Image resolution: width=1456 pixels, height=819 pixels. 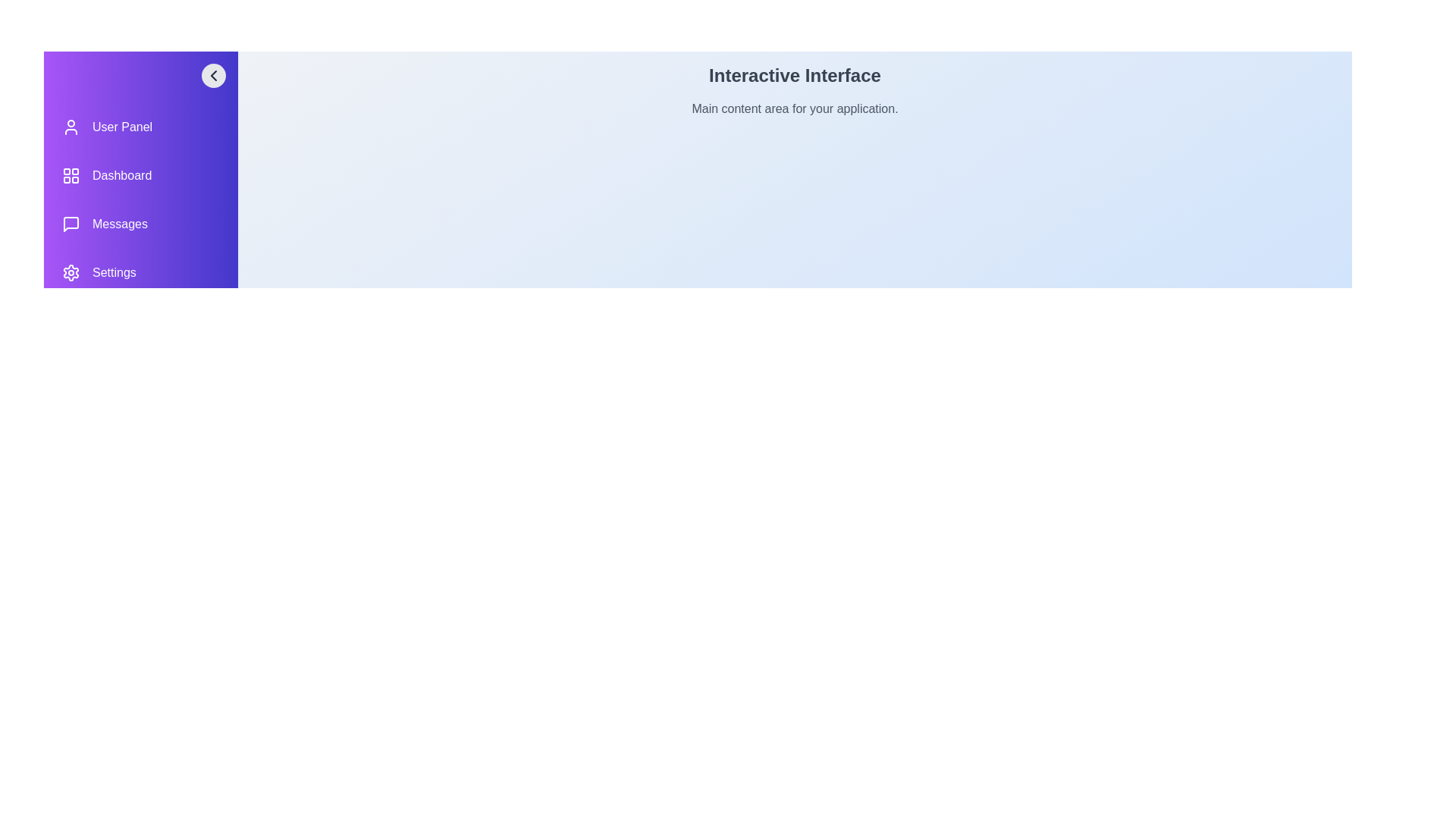 I want to click on the menu item labeled Dashboard to navigate to its associated section, so click(x=141, y=174).